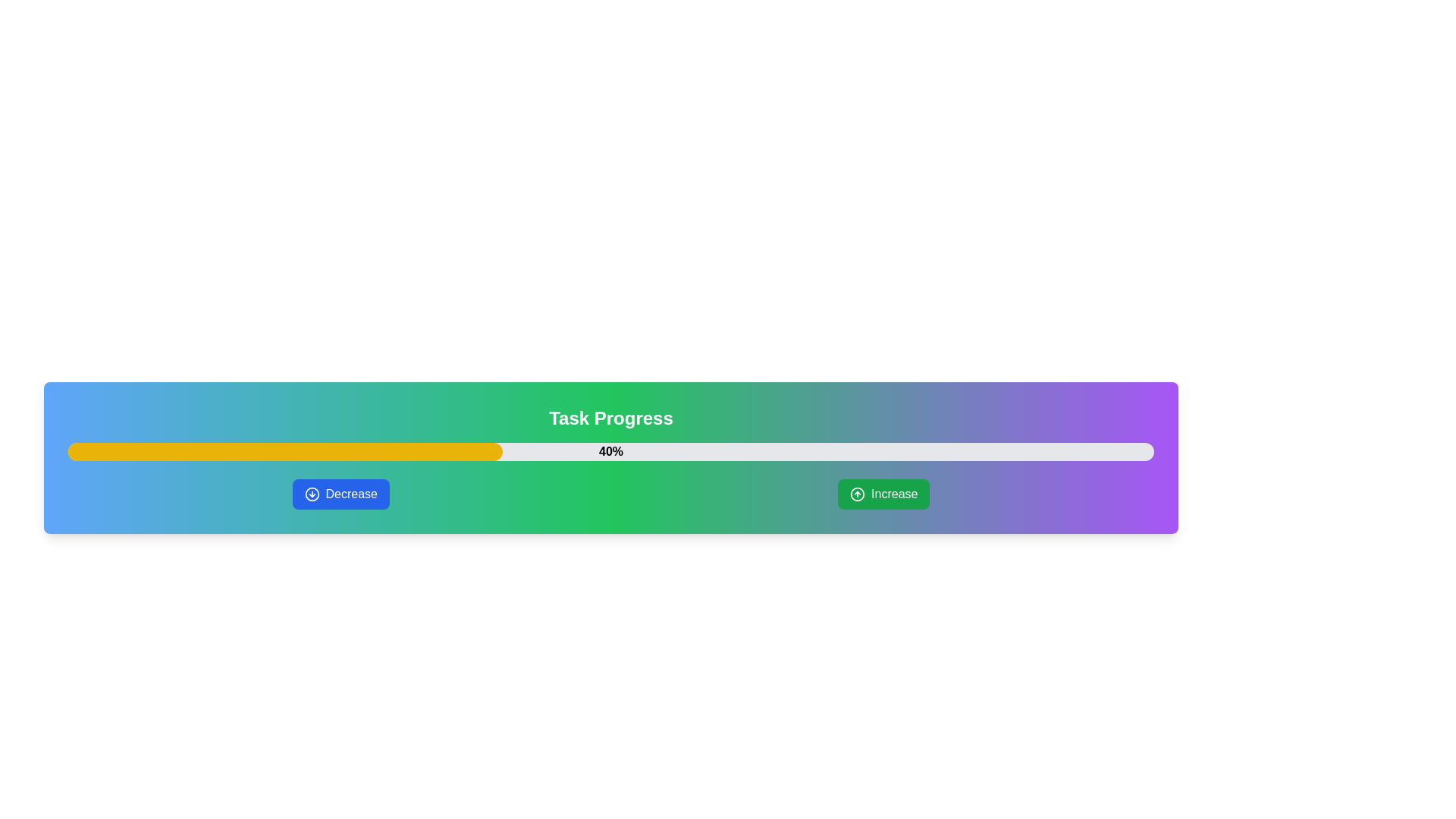  Describe the element at coordinates (311, 494) in the screenshot. I see `the decorative graphic icon representing a downward action, which is part of an SVG graphic located above the 'Decrease' button` at that location.